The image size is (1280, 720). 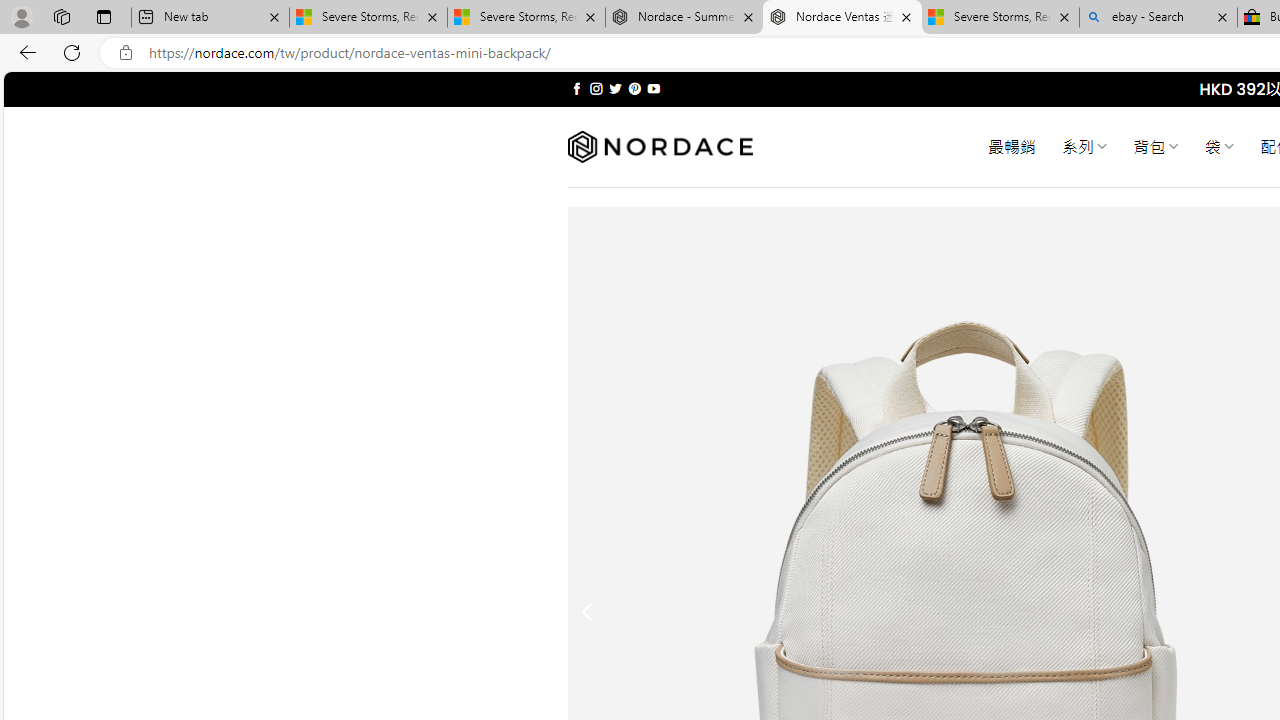 What do you see at coordinates (1158, 17) in the screenshot?
I see `'ebay - Search'` at bounding box center [1158, 17].